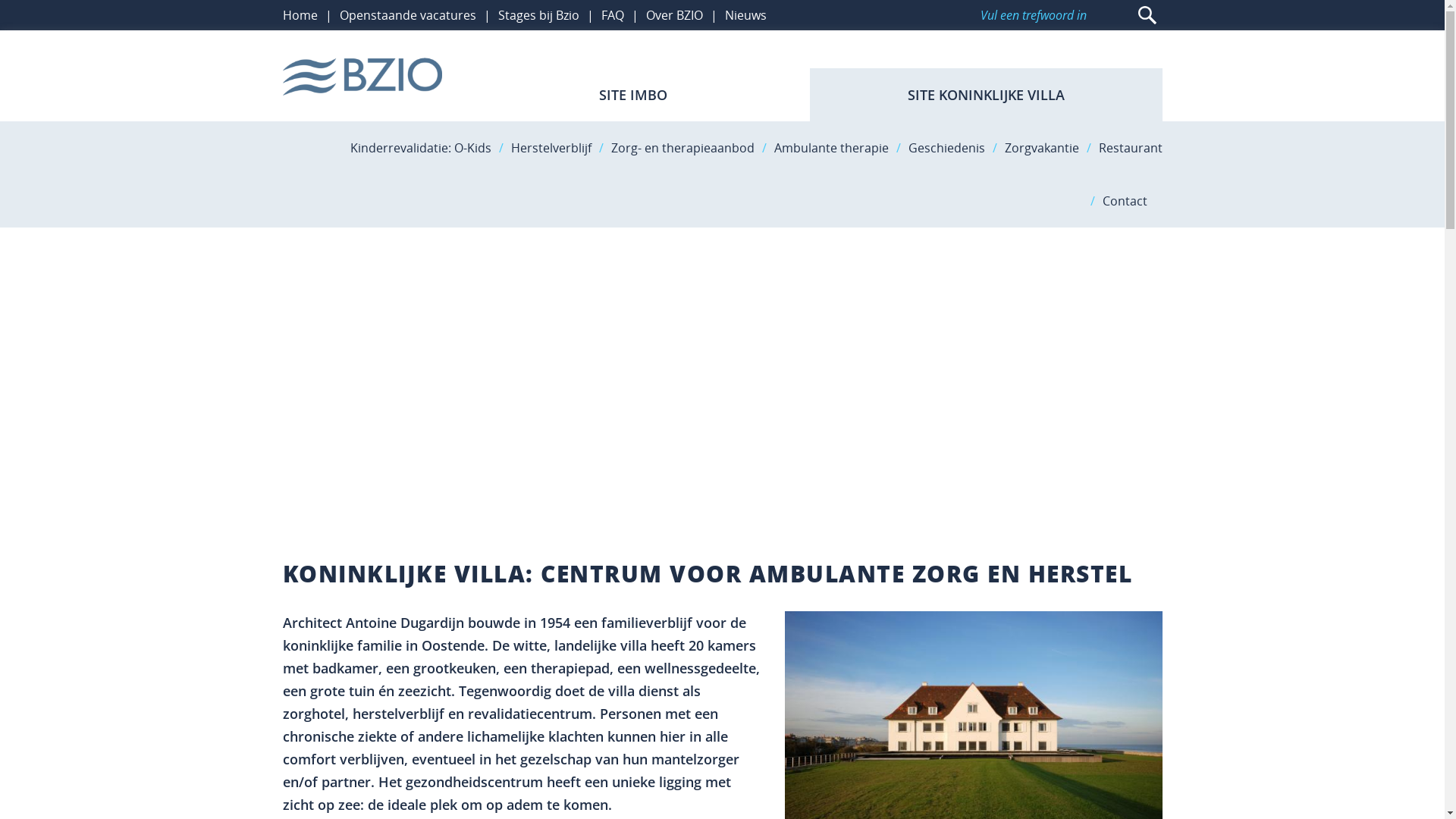 The width and height of the screenshot is (1456, 819). Describe the element at coordinates (745, 14) in the screenshot. I see `'Nieuws'` at that location.